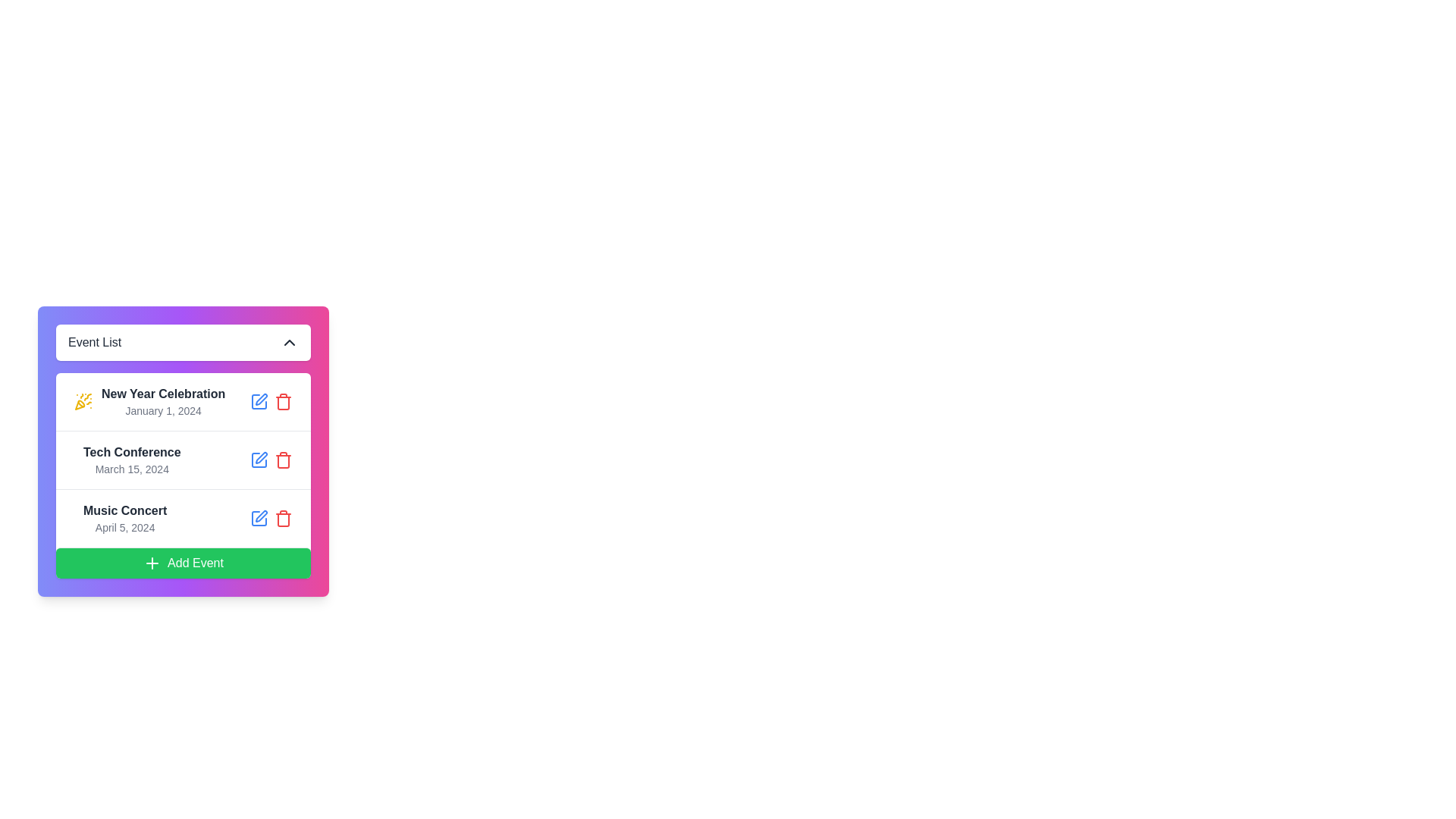  I want to click on the trash can icon button, so click(284, 461).